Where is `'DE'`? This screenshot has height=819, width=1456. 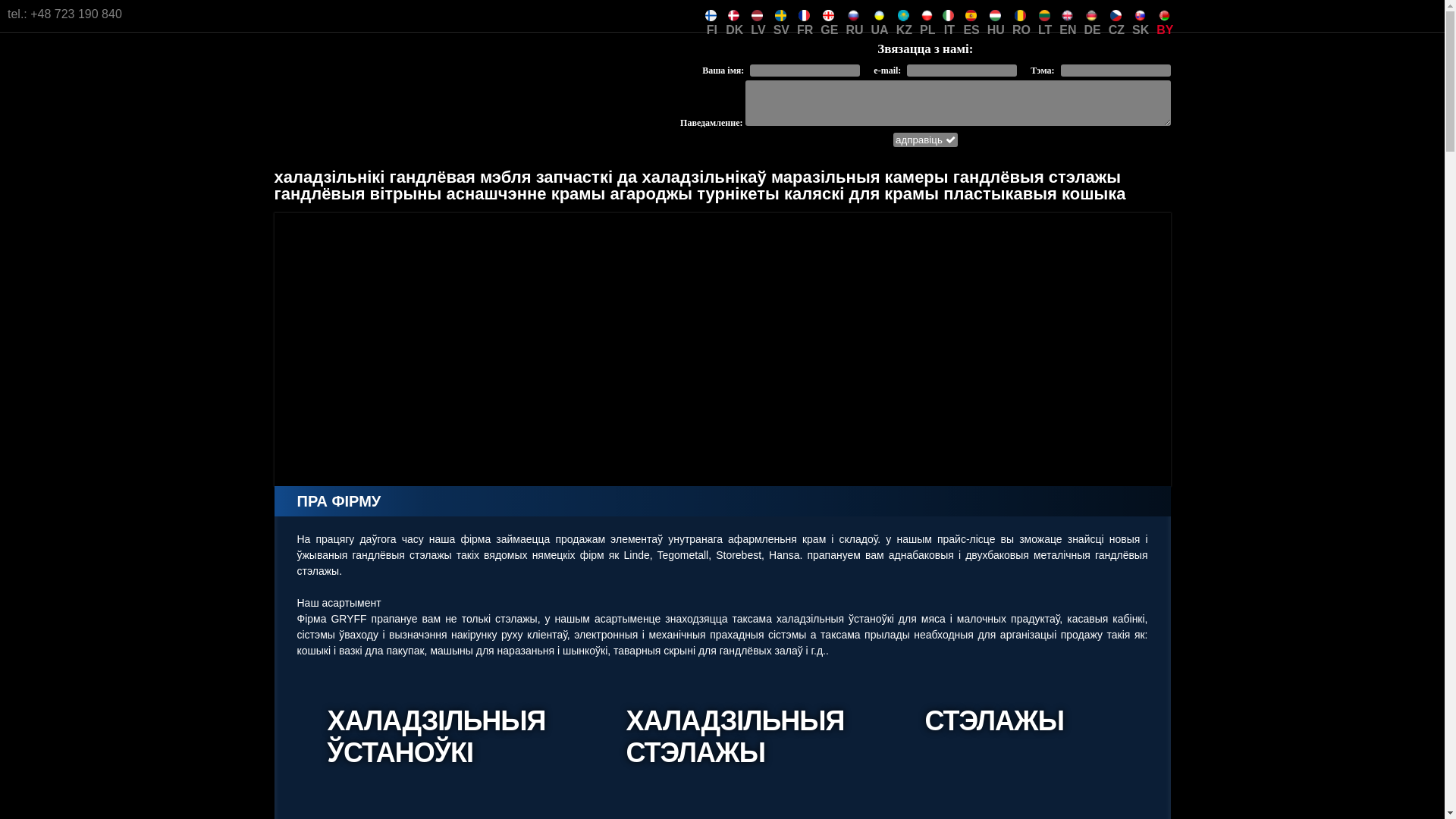
'DE' is located at coordinates (1092, 14).